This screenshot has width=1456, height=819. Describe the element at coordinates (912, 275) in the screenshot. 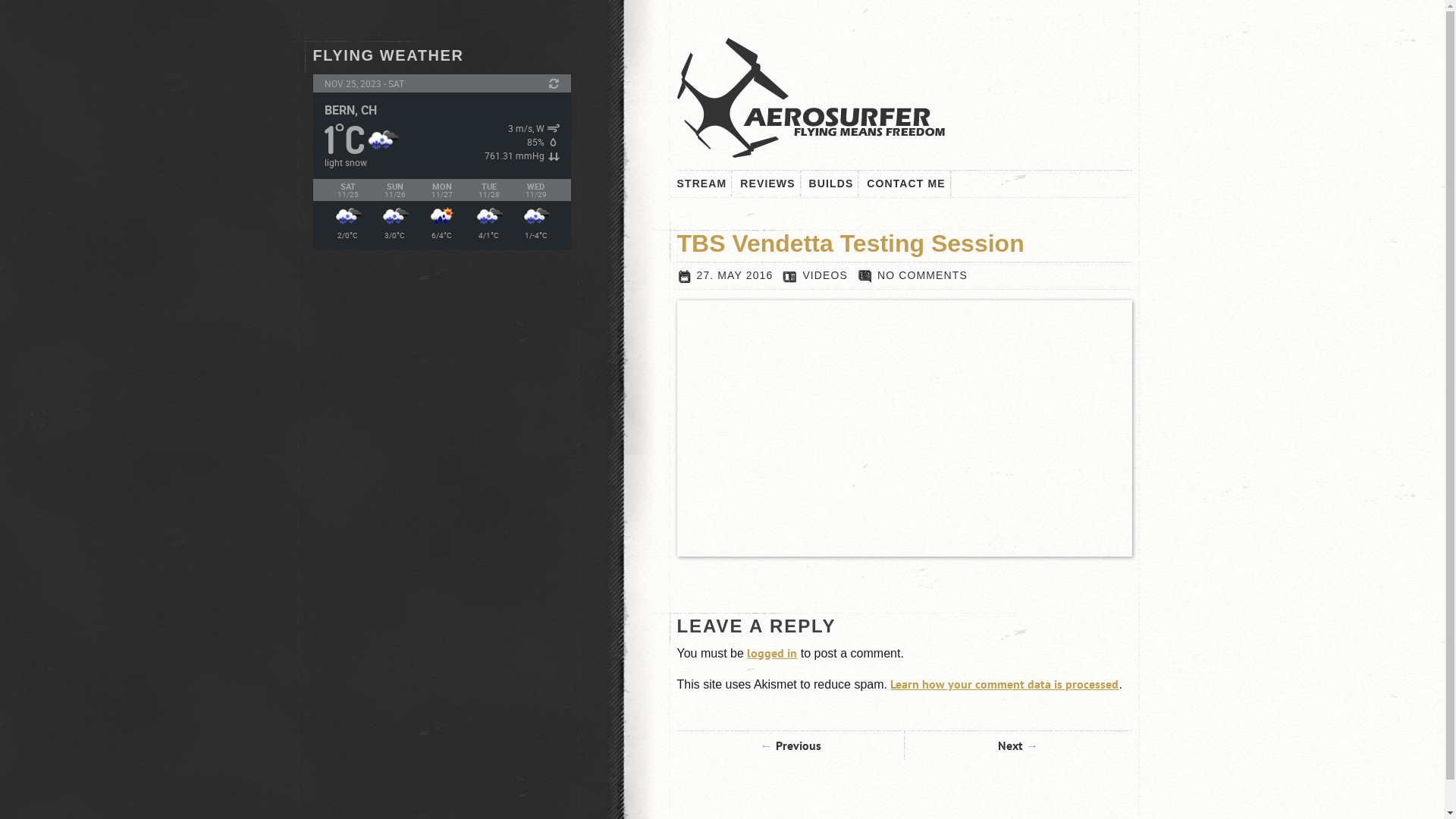

I see `'NO COMMENTS'` at that location.